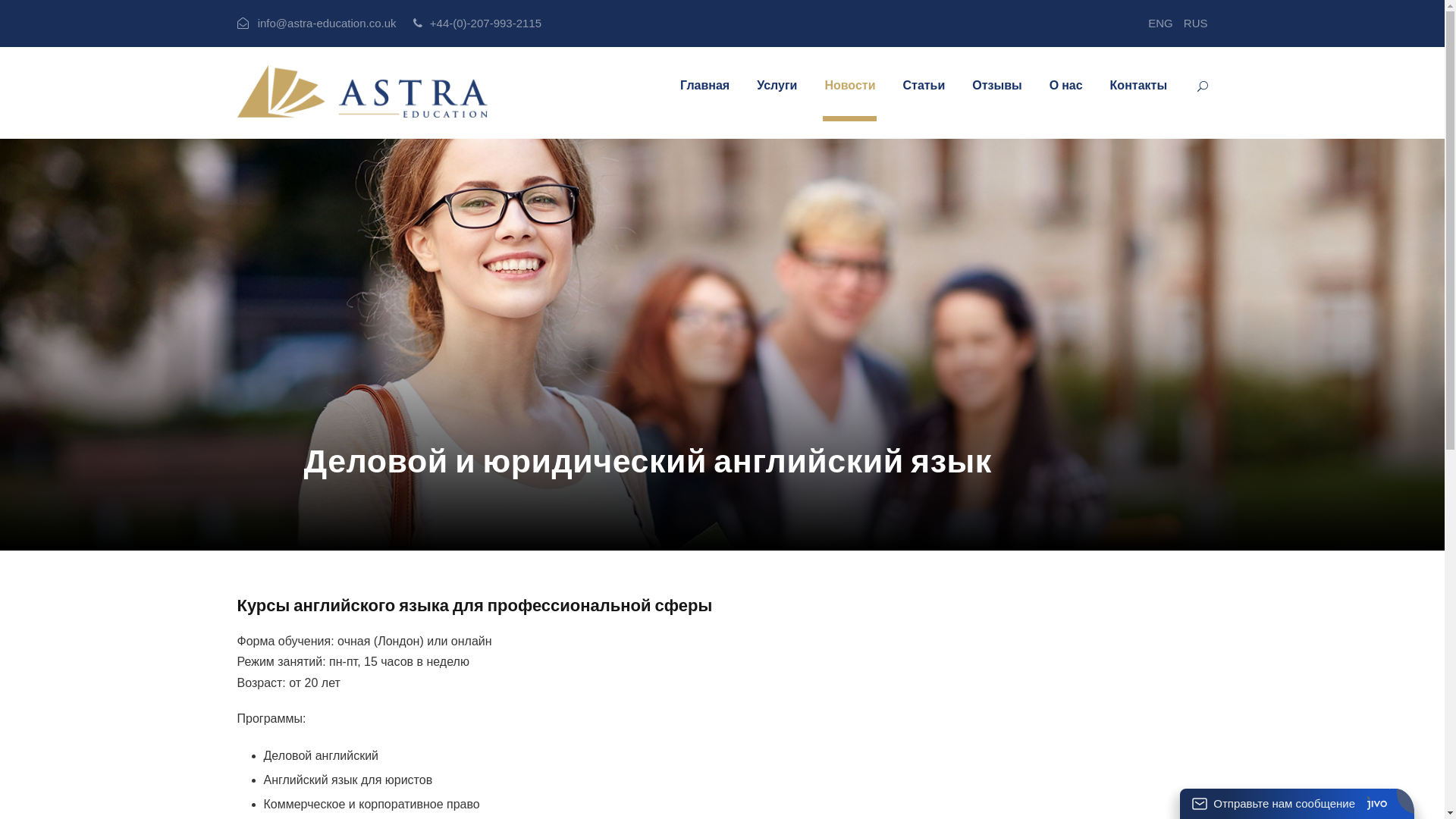 Image resolution: width=1456 pixels, height=819 pixels. I want to click on 'info@astra-education.co.uk', so click(326, 23).